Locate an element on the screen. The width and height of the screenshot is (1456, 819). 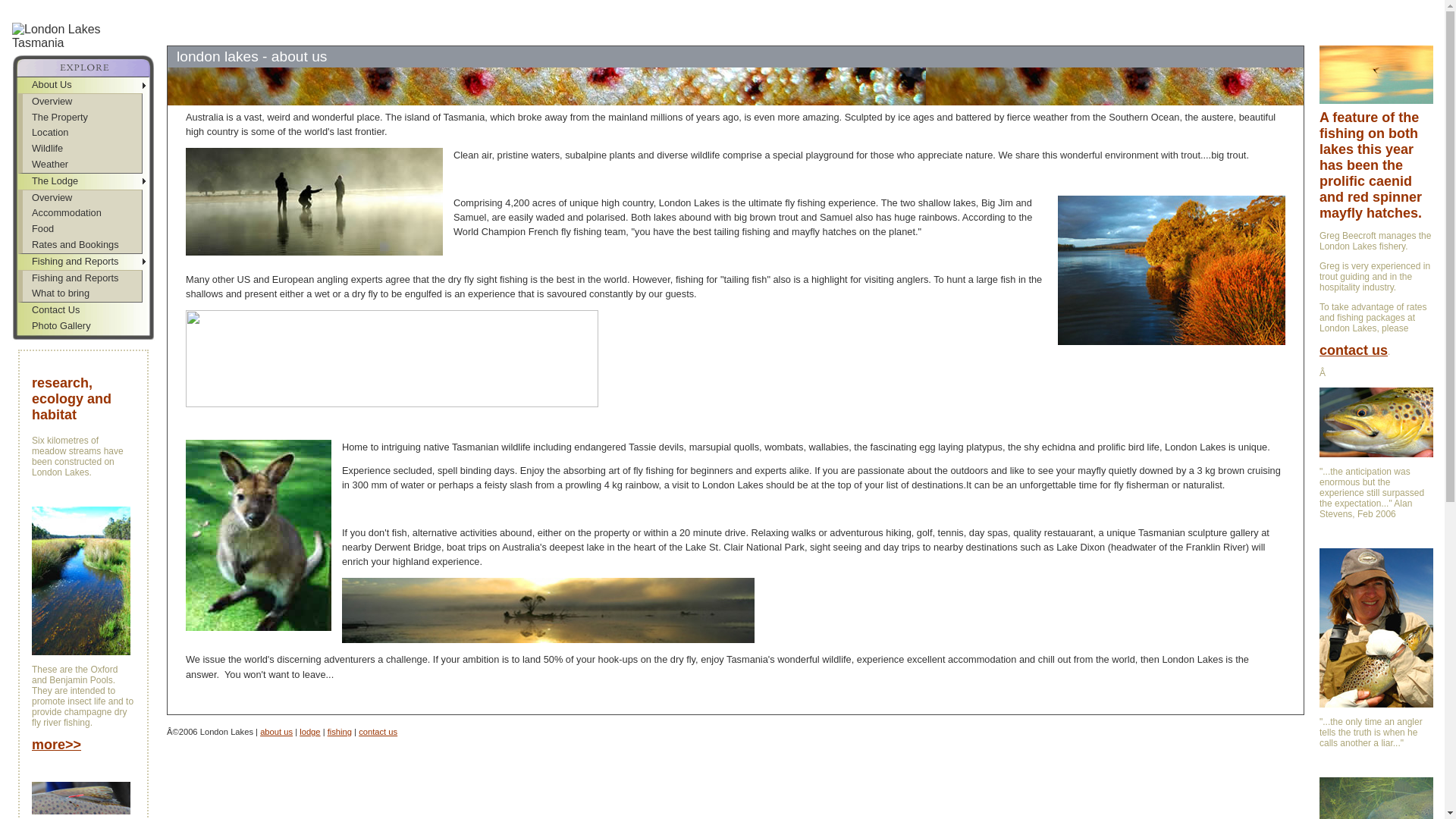
'more>>' is located at coordinates (56, 745).